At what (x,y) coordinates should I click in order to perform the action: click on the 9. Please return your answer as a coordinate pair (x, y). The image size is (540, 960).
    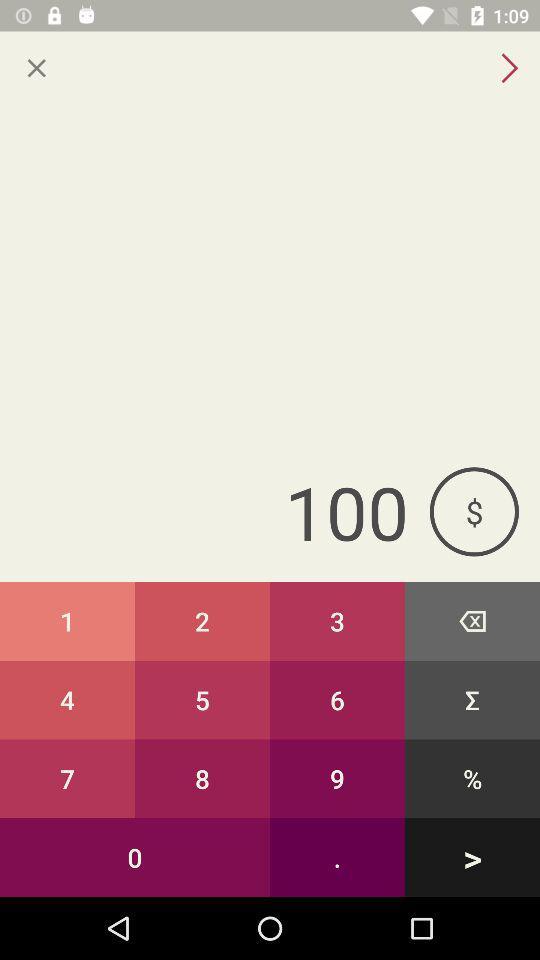
    Looking at the image, I should click on (337, 777).